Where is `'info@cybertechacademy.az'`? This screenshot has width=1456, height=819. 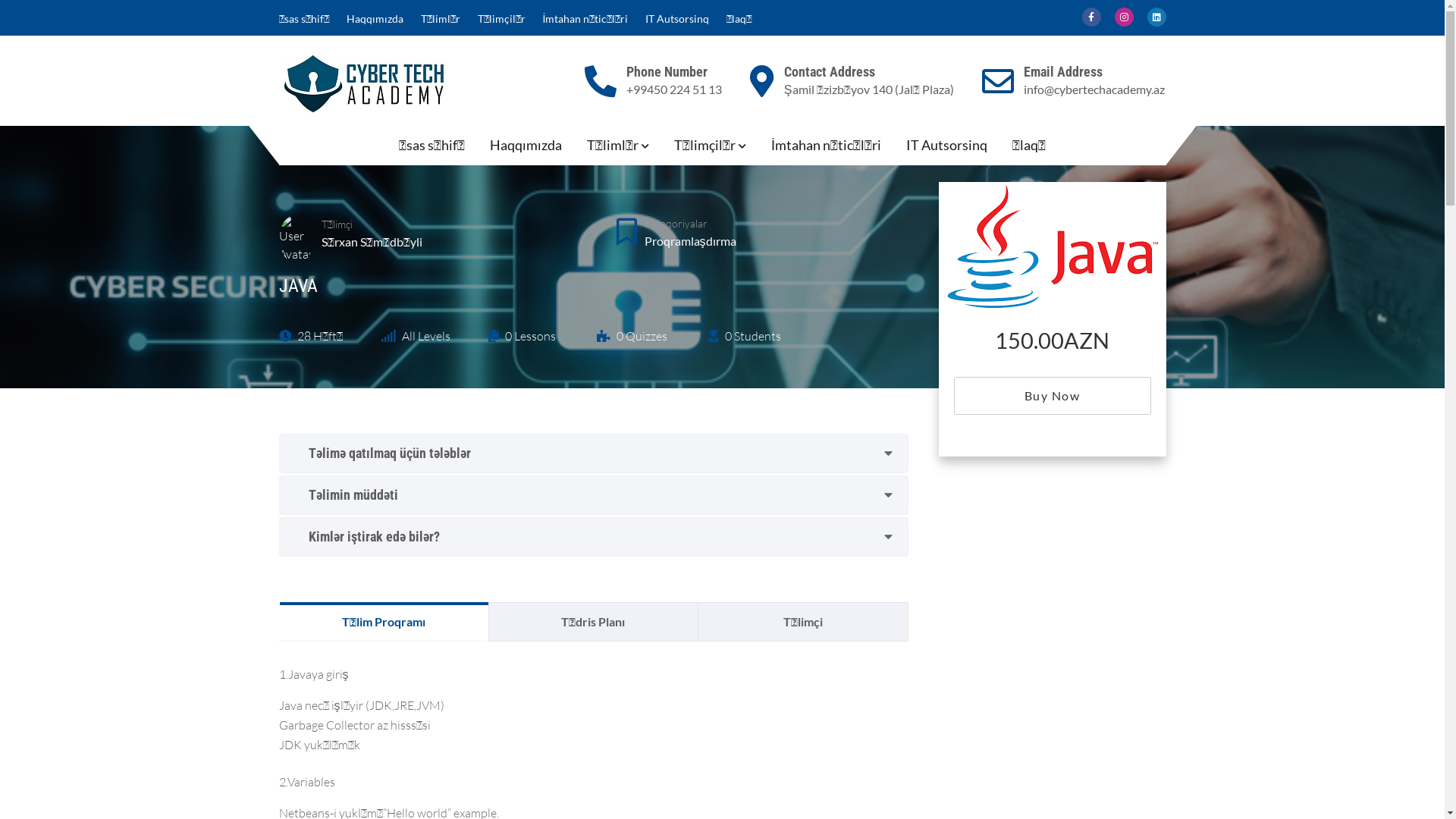 'info@cybertechacademy.az' is located at coordinates (1094, 89).